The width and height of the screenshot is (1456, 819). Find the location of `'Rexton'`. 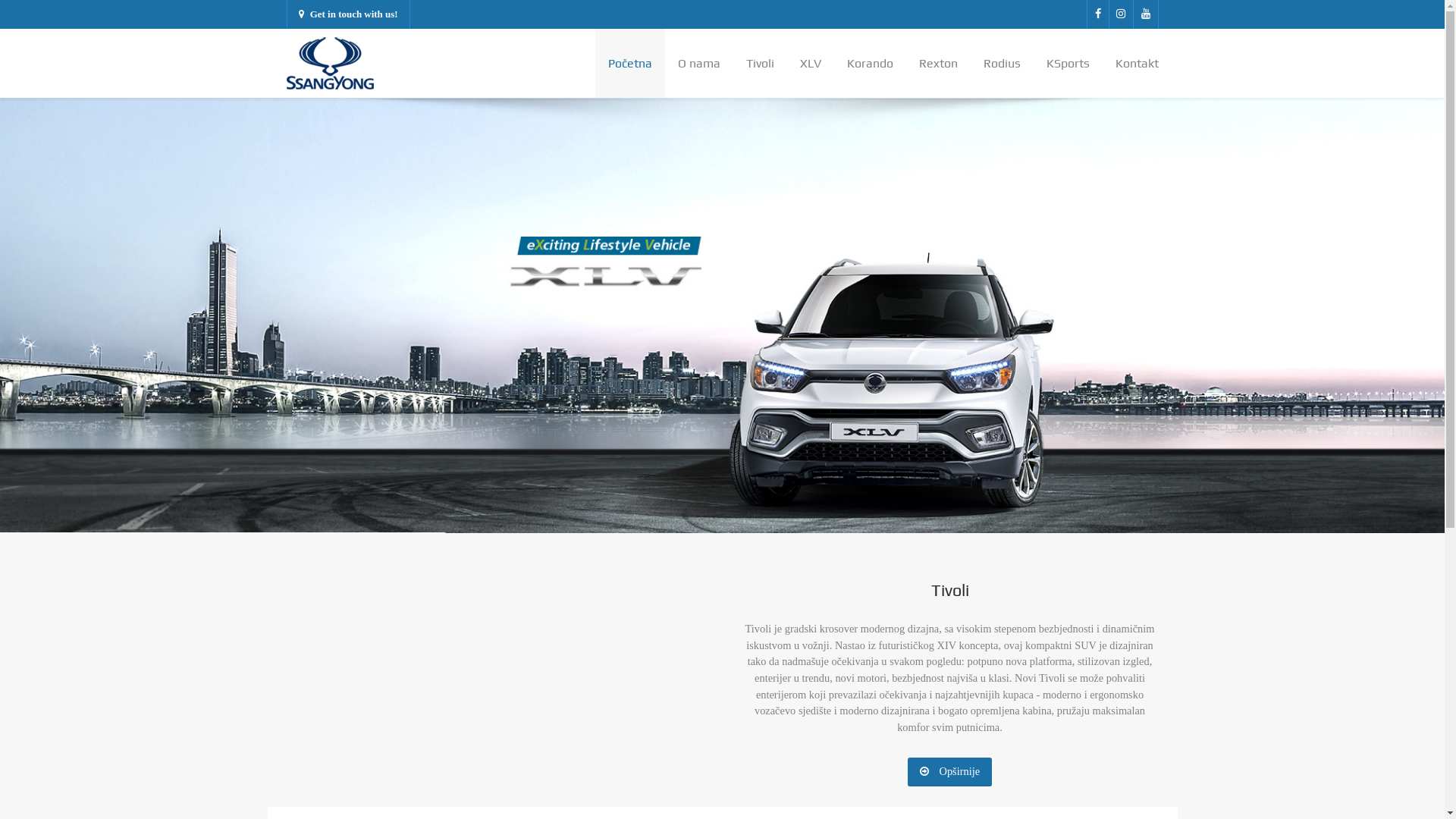

'Rexton' is located at coordinates (905, 62).